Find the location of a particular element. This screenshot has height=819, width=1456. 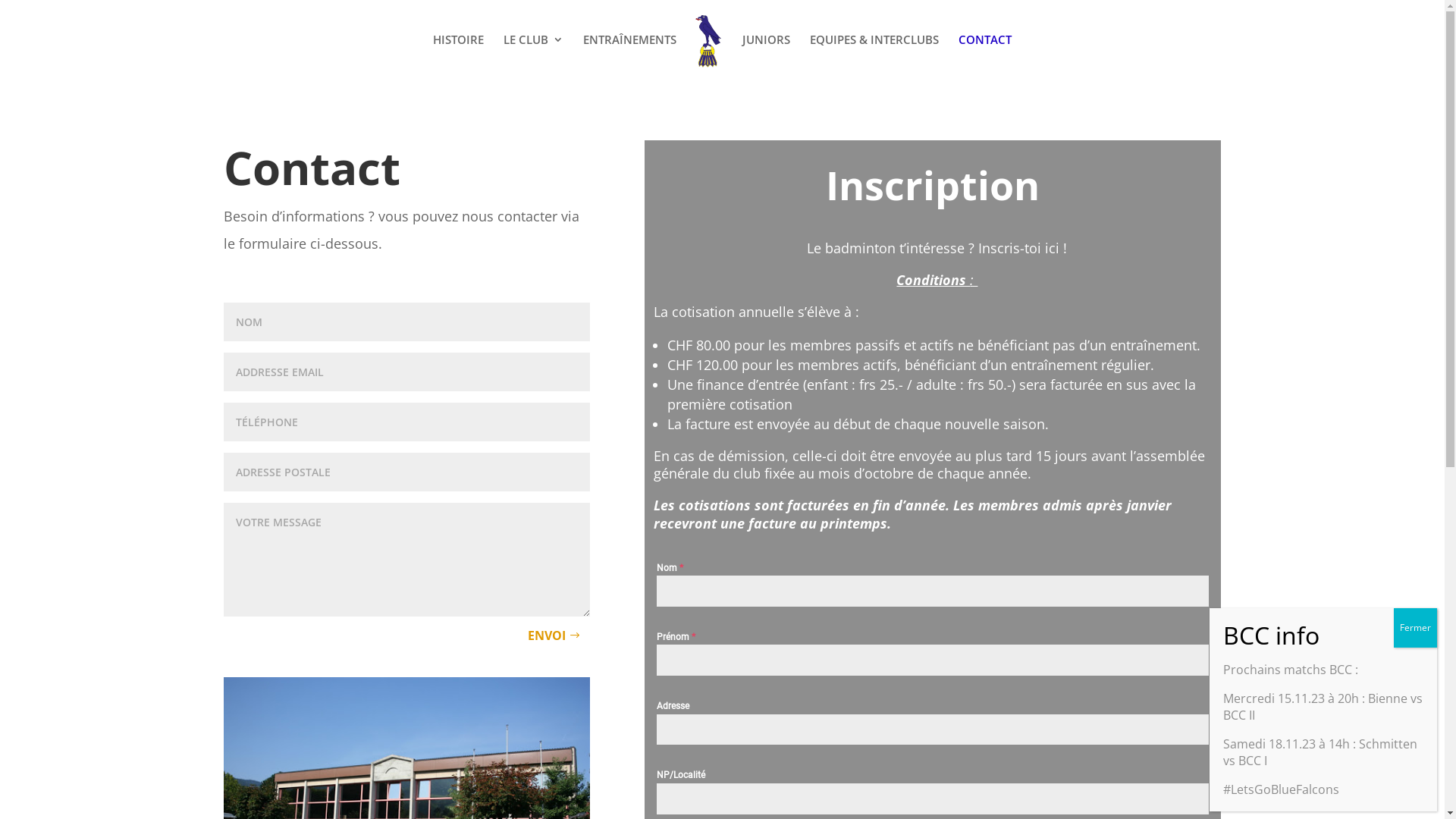

'Fermer' is located at coordinates (1414, 628).